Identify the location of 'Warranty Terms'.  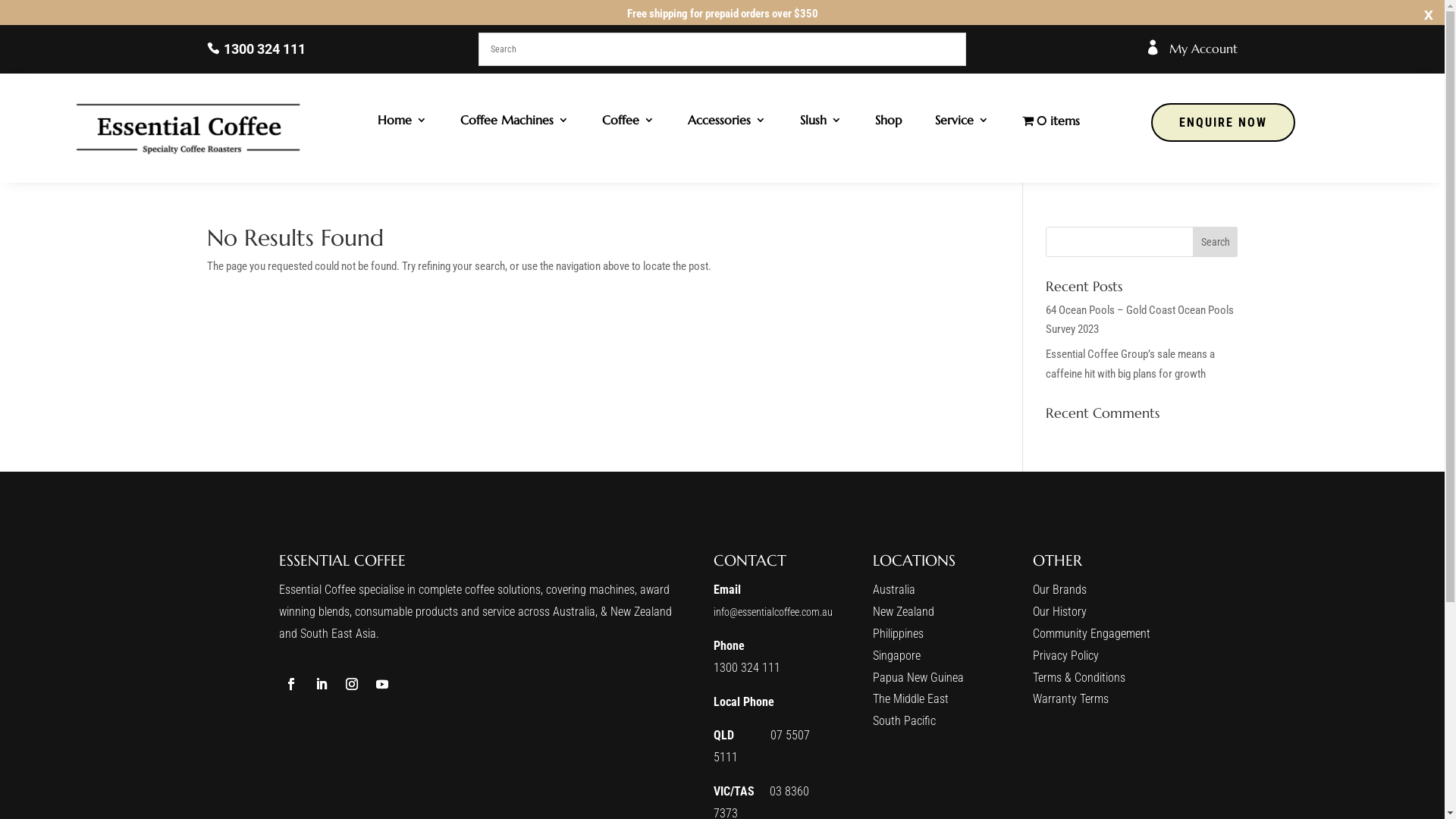
(1069, 698).